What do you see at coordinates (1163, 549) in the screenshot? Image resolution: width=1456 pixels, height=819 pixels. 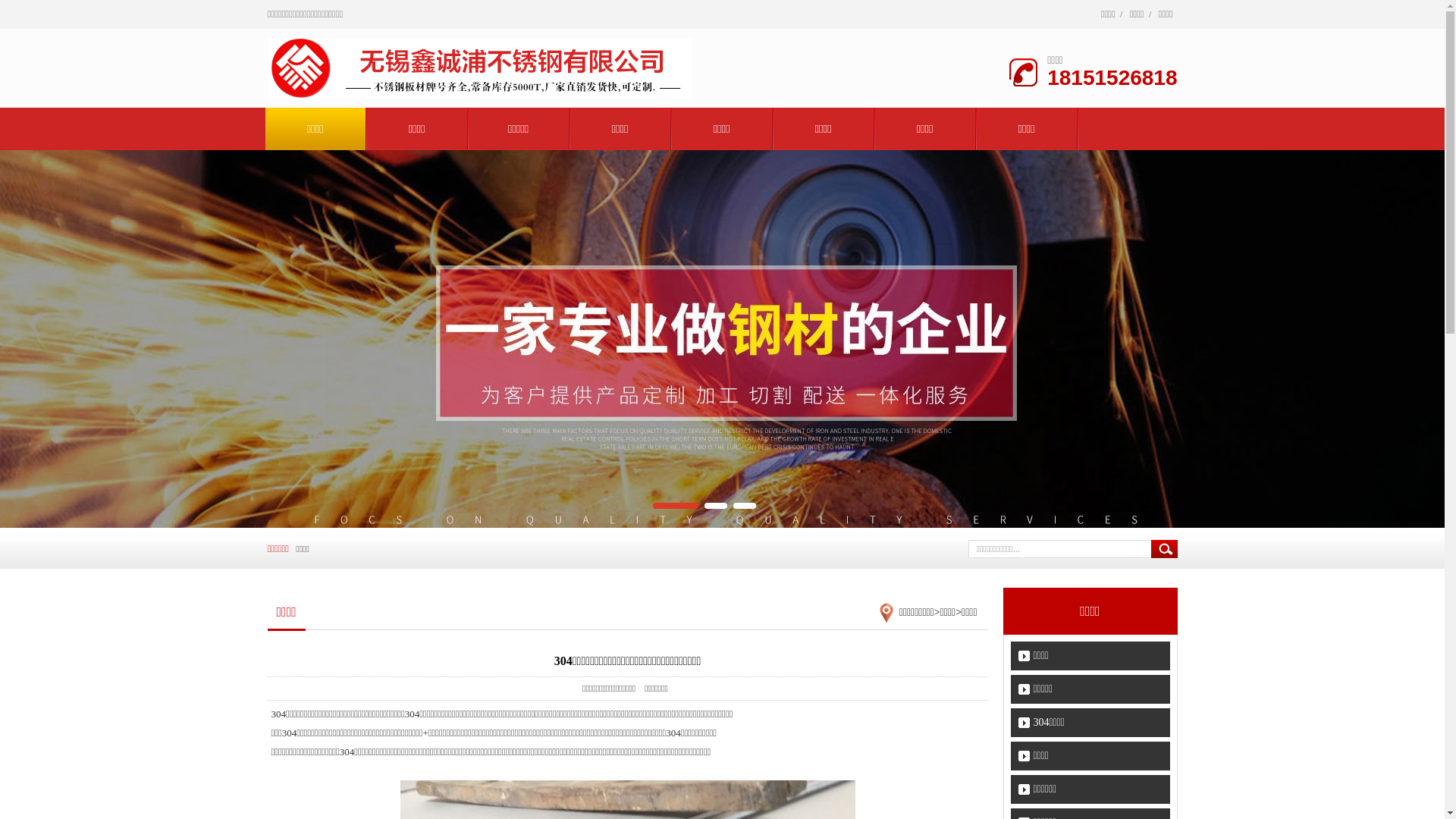 I see `'   '` at bounding box center [1163, 549].